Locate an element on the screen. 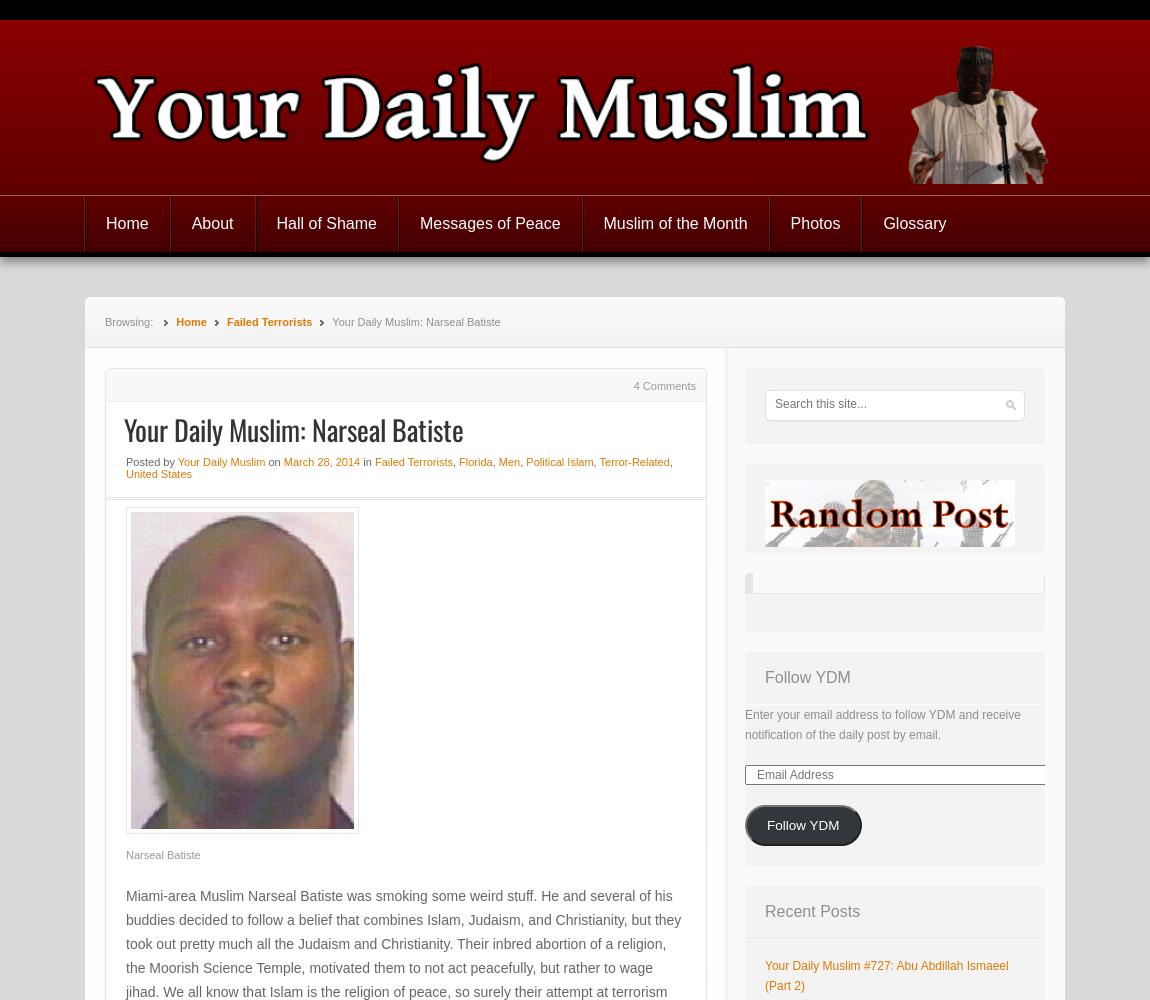 This screenshot has height=1000, width=1150. 'United States' is located at coordinates (125, 473).